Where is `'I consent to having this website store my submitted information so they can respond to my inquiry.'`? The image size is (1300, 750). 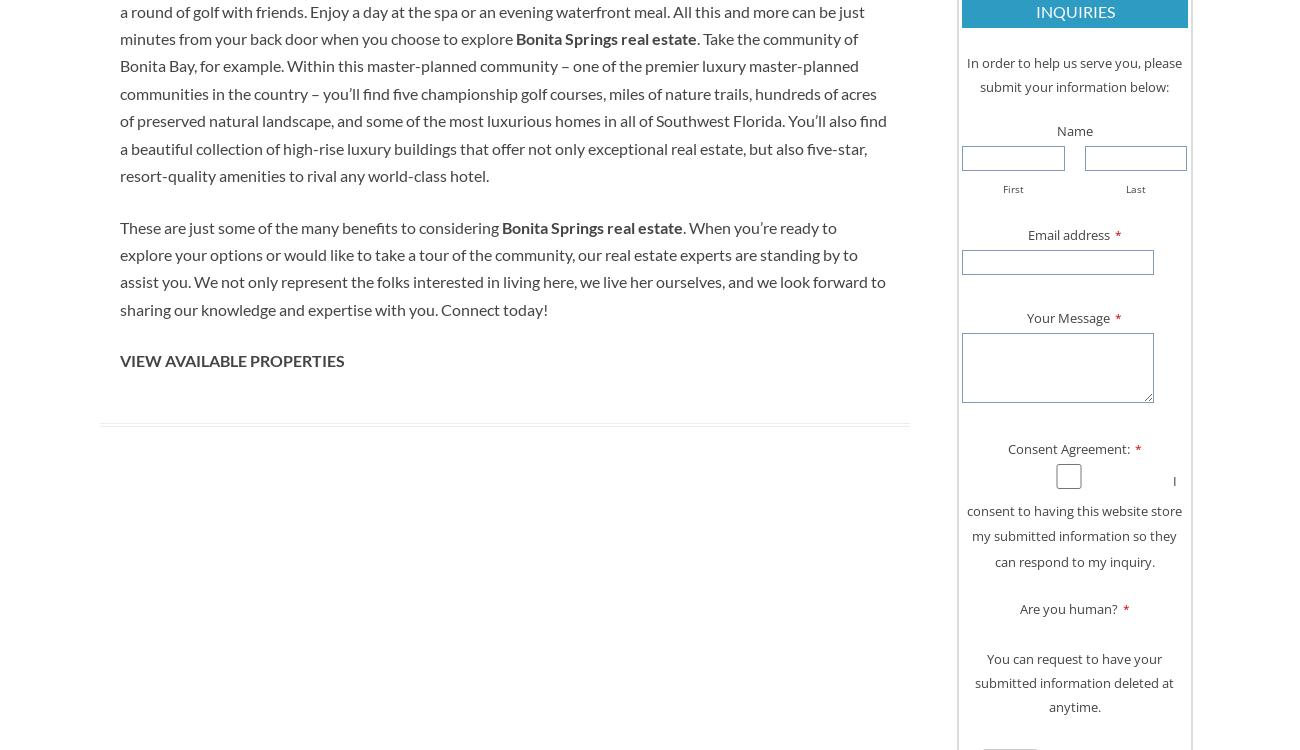
'I consent to having this website store my submitted information so they can respond to my inquiry.' is located at coordinates (1074, 520).